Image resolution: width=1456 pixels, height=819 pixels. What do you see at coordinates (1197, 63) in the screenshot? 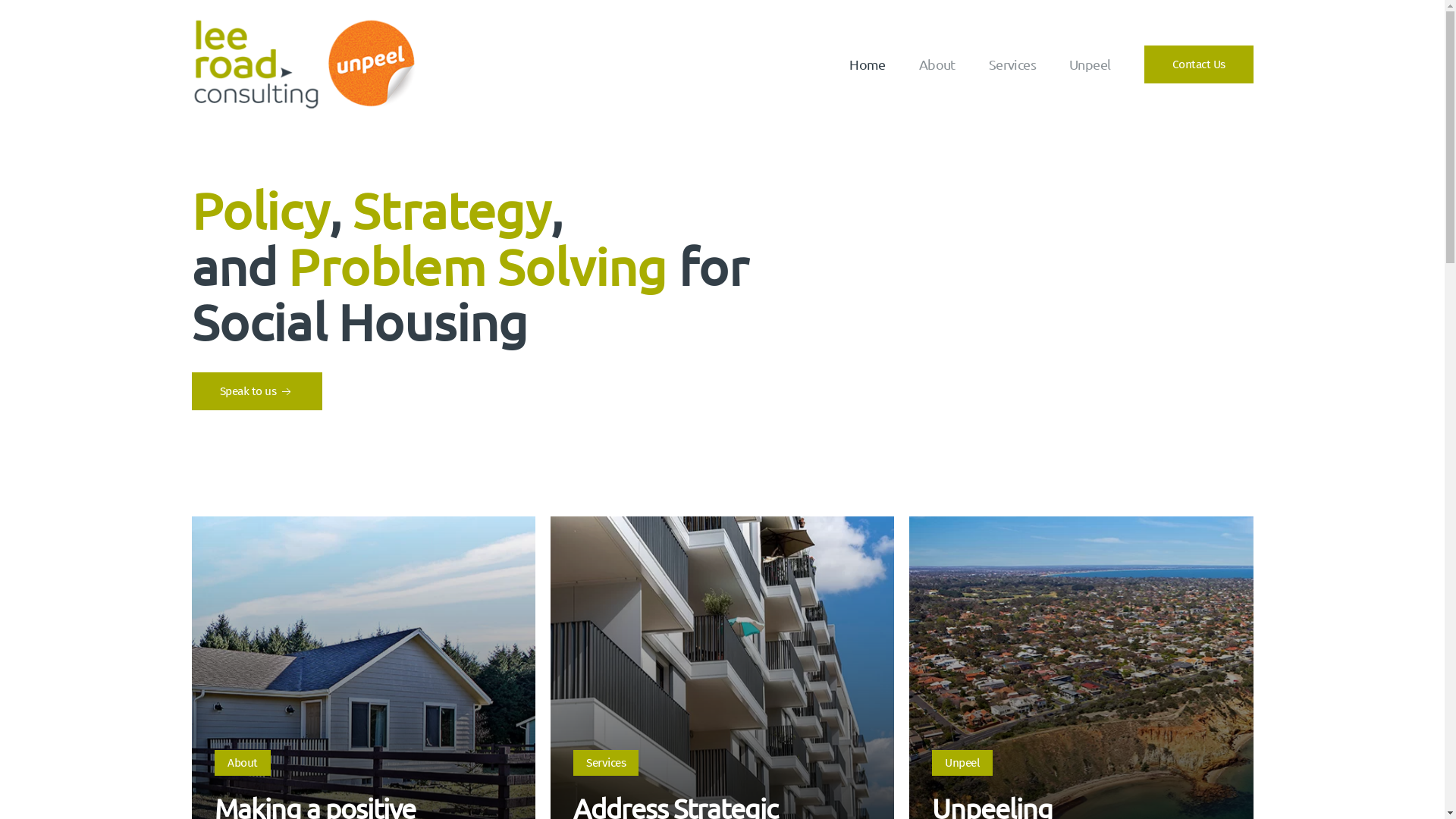
I see `'Contact Us'` at bounding box center [1197, 63].